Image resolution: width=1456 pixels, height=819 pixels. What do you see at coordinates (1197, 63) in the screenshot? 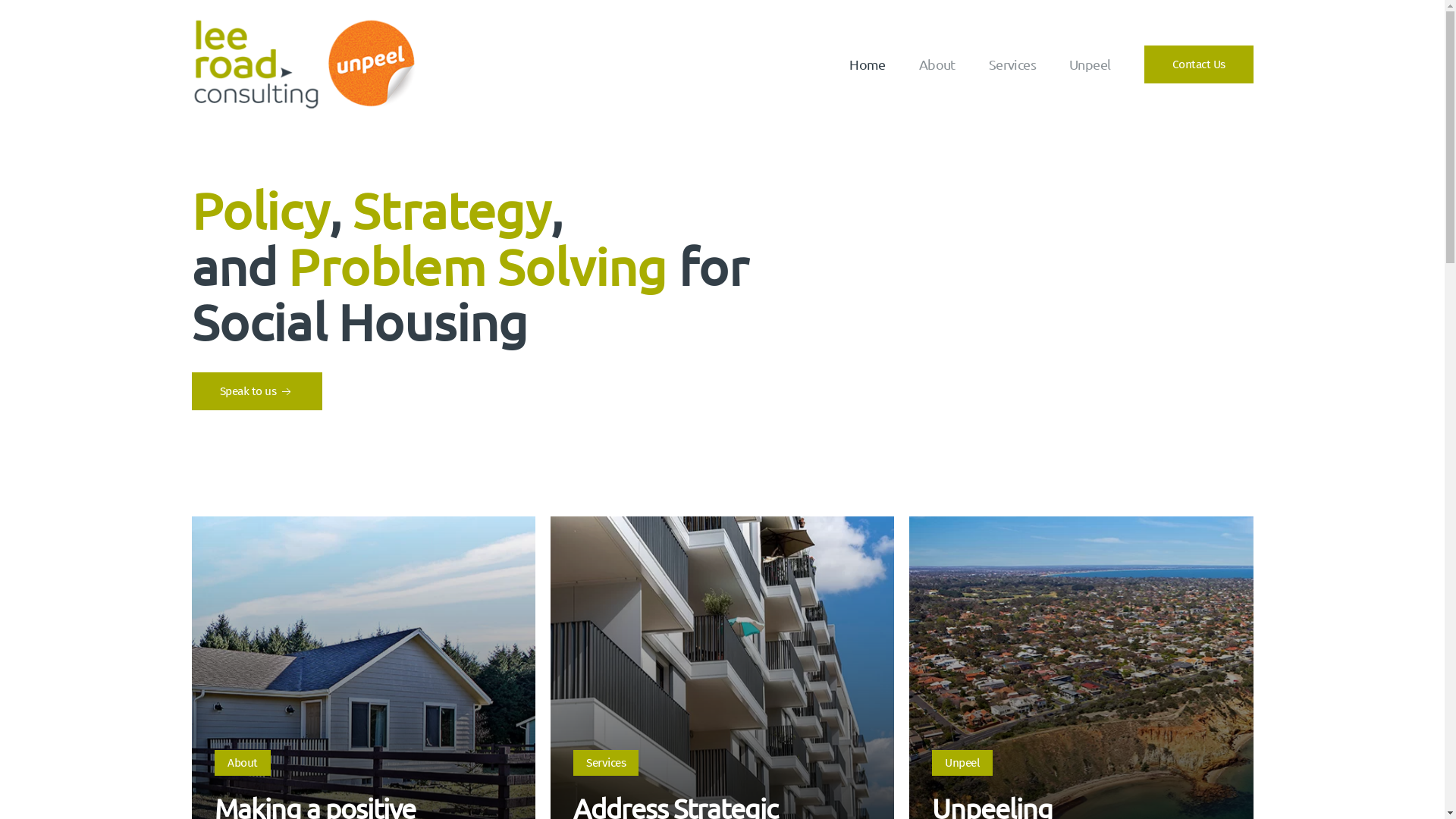
I see `'Contact Us'` at bounding box center [1197, 63].